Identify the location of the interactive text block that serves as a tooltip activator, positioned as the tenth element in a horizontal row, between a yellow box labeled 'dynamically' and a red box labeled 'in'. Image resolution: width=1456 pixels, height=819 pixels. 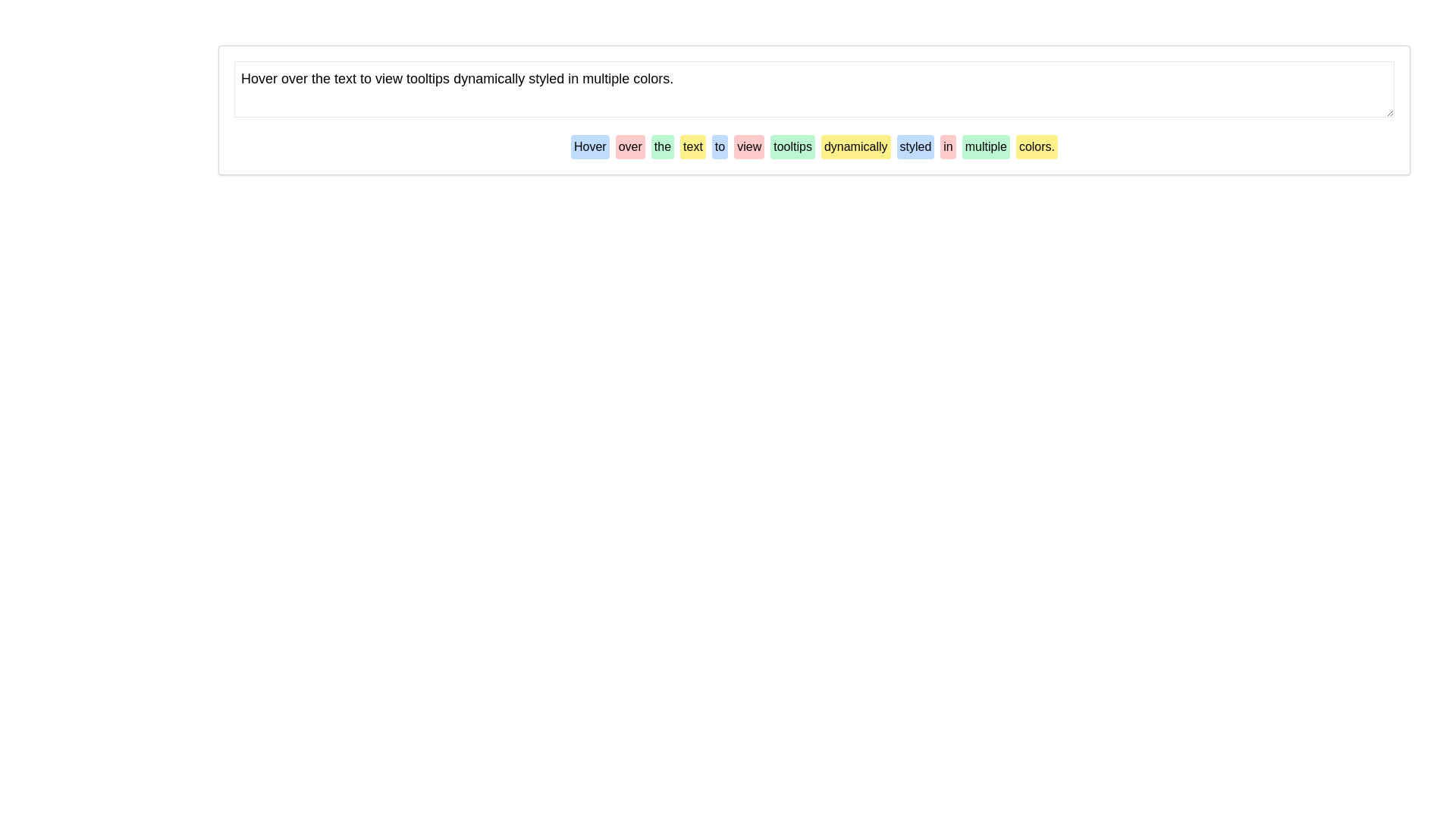
(915, 146).